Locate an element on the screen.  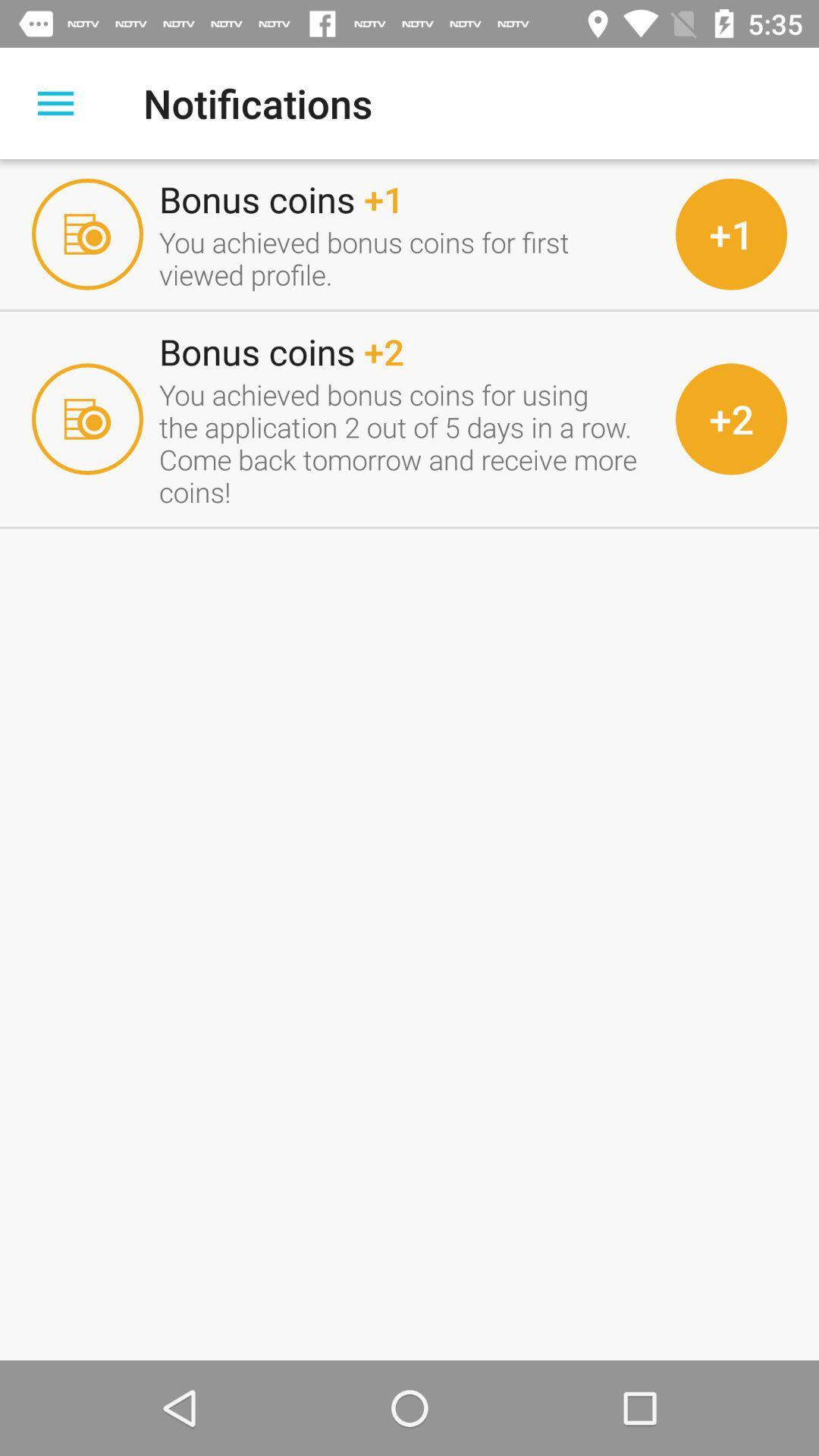
icon next to the notifications icon is located at coordinates (55, 102).